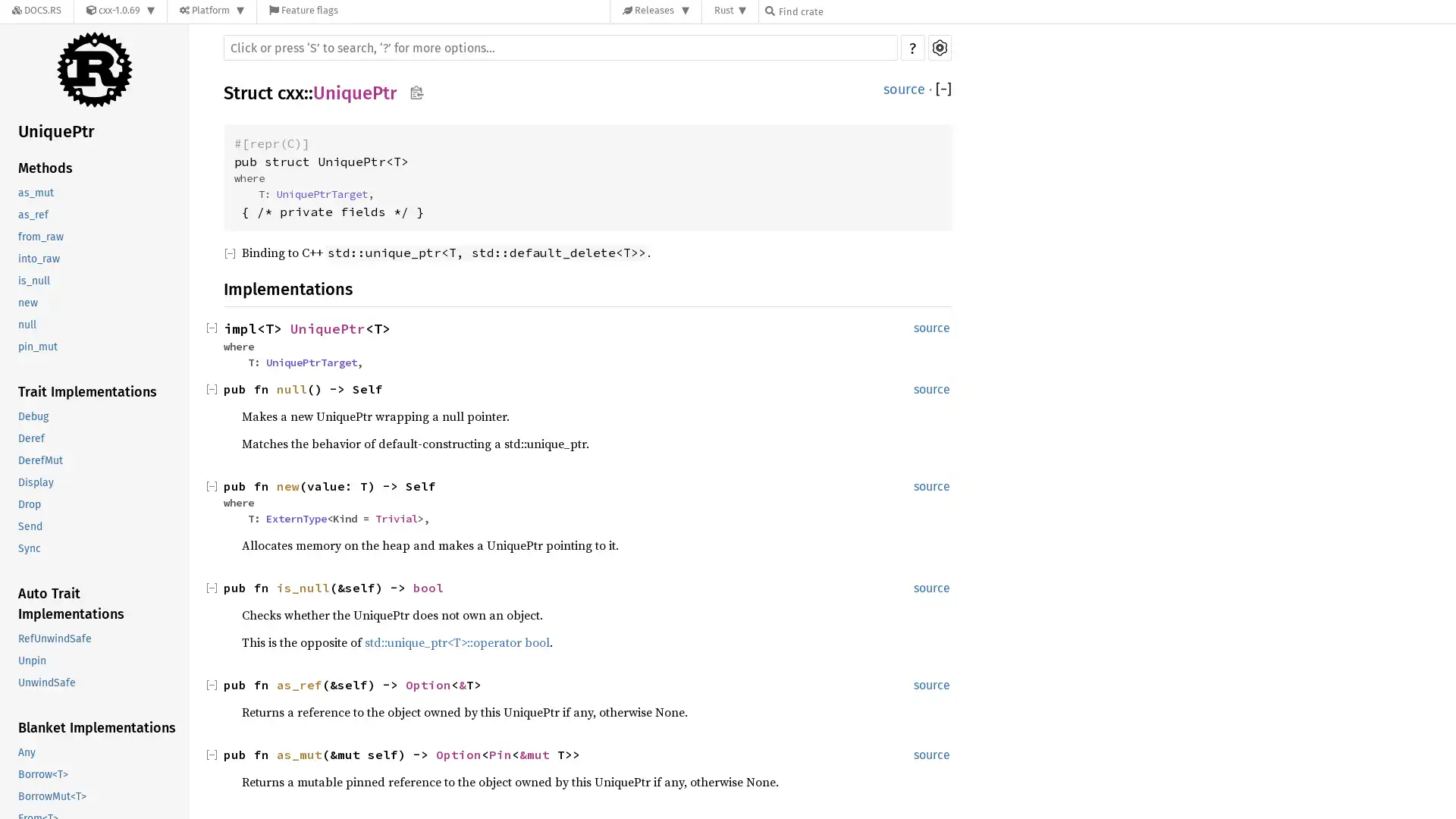  Describe the element at coordinates (416, 93) in the screenshot. I see `Copy item path` at that location.